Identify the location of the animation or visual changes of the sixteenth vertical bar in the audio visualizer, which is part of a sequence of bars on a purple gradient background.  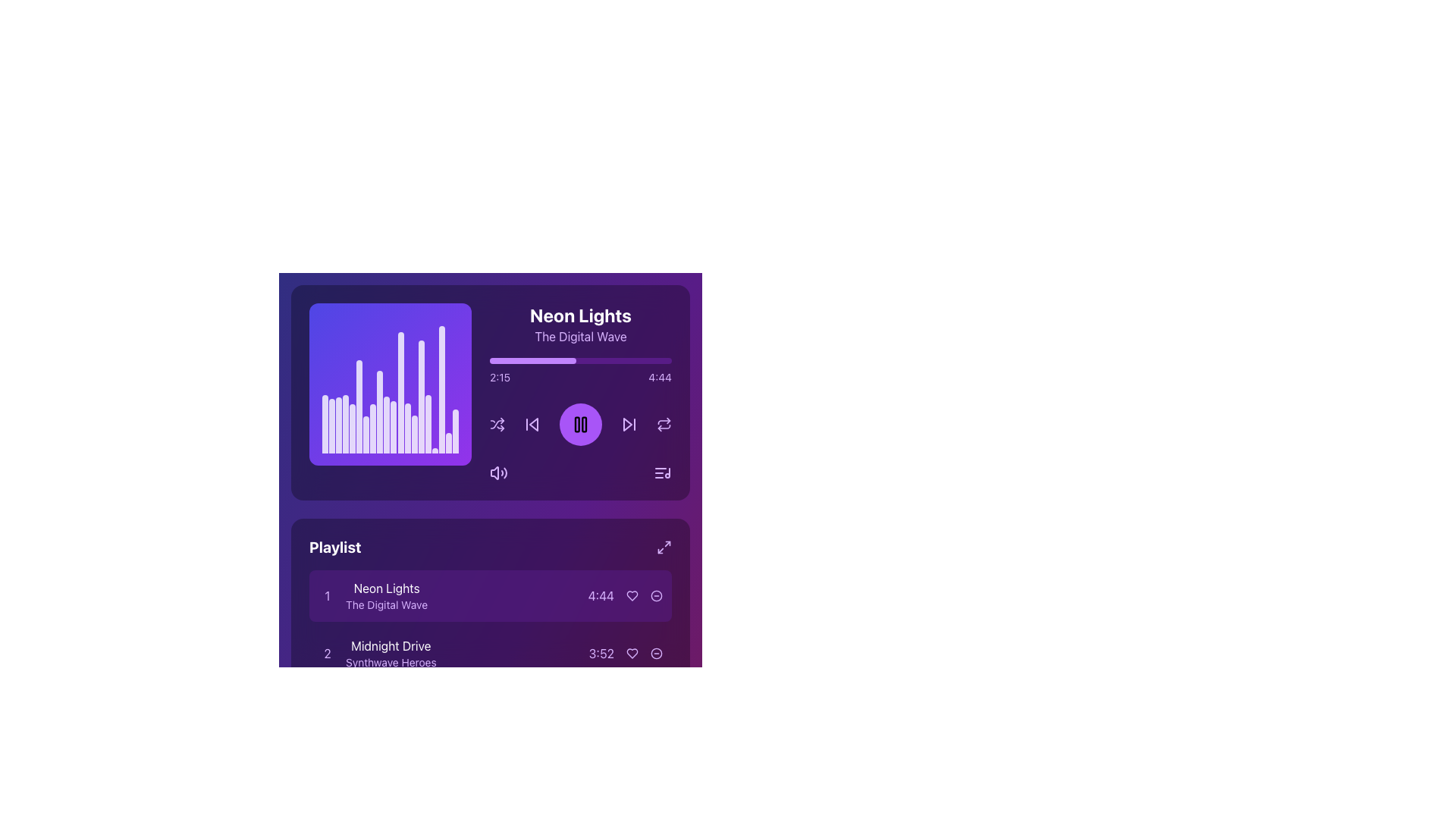
(414, 435).